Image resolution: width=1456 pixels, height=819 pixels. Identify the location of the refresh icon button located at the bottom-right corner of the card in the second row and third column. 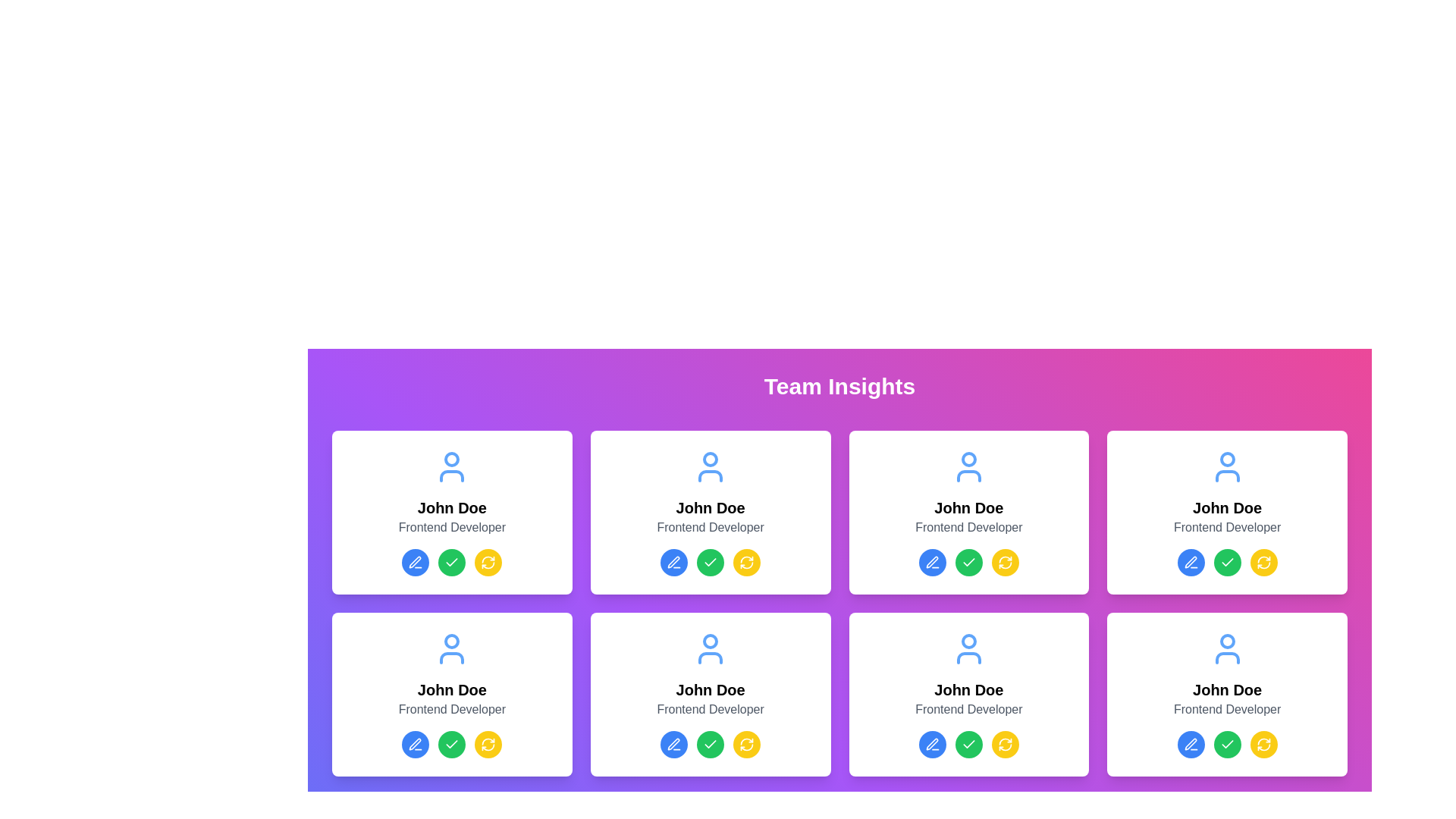
(747, 562).